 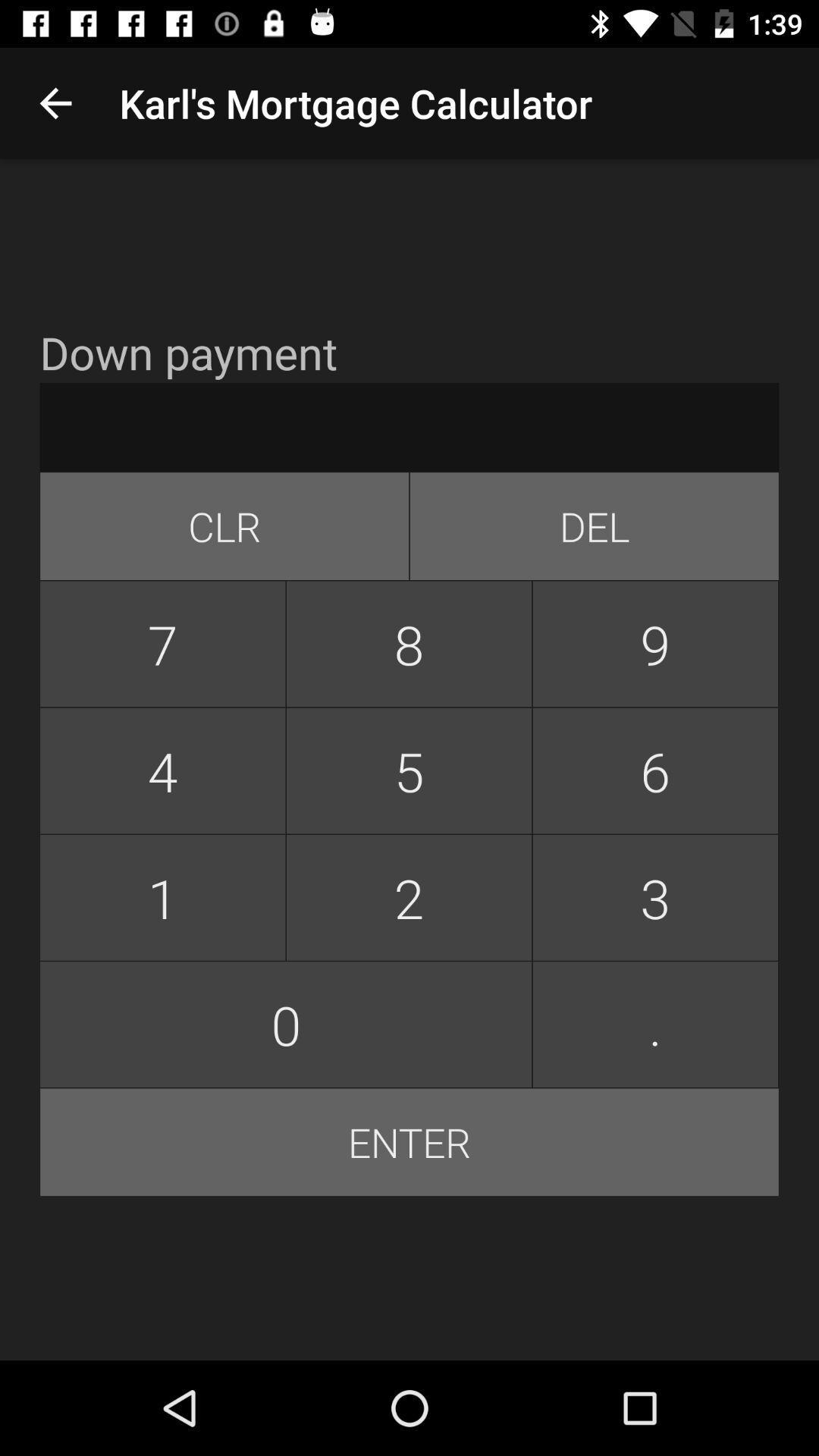 I want to click on app above down payment app, so click(x=55, y=102).